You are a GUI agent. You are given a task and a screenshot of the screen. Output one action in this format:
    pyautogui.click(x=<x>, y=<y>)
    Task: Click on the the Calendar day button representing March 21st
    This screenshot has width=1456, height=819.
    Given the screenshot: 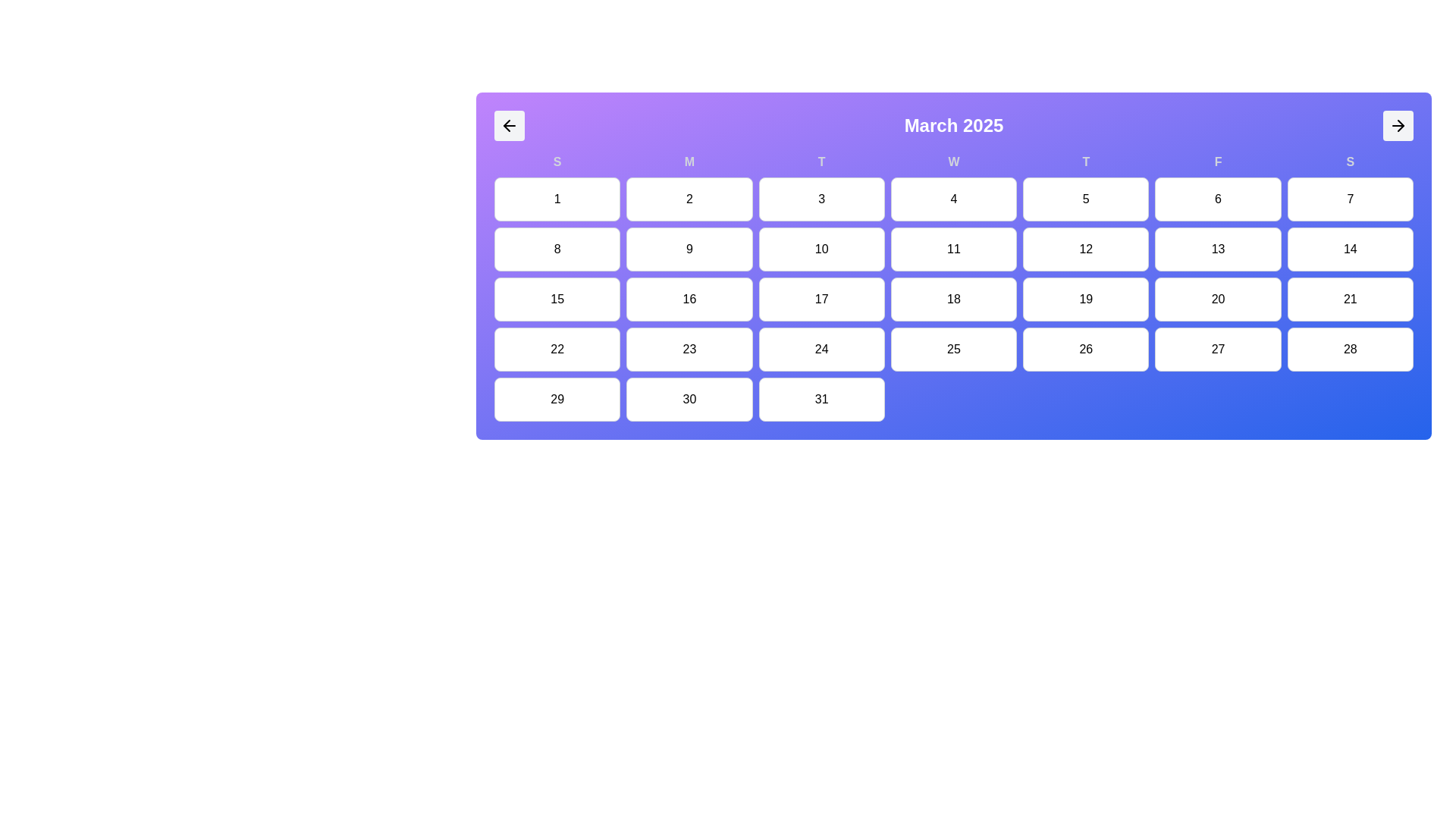 What is the action you would take?
    pyautogui.click(x=1350, y=299)
    